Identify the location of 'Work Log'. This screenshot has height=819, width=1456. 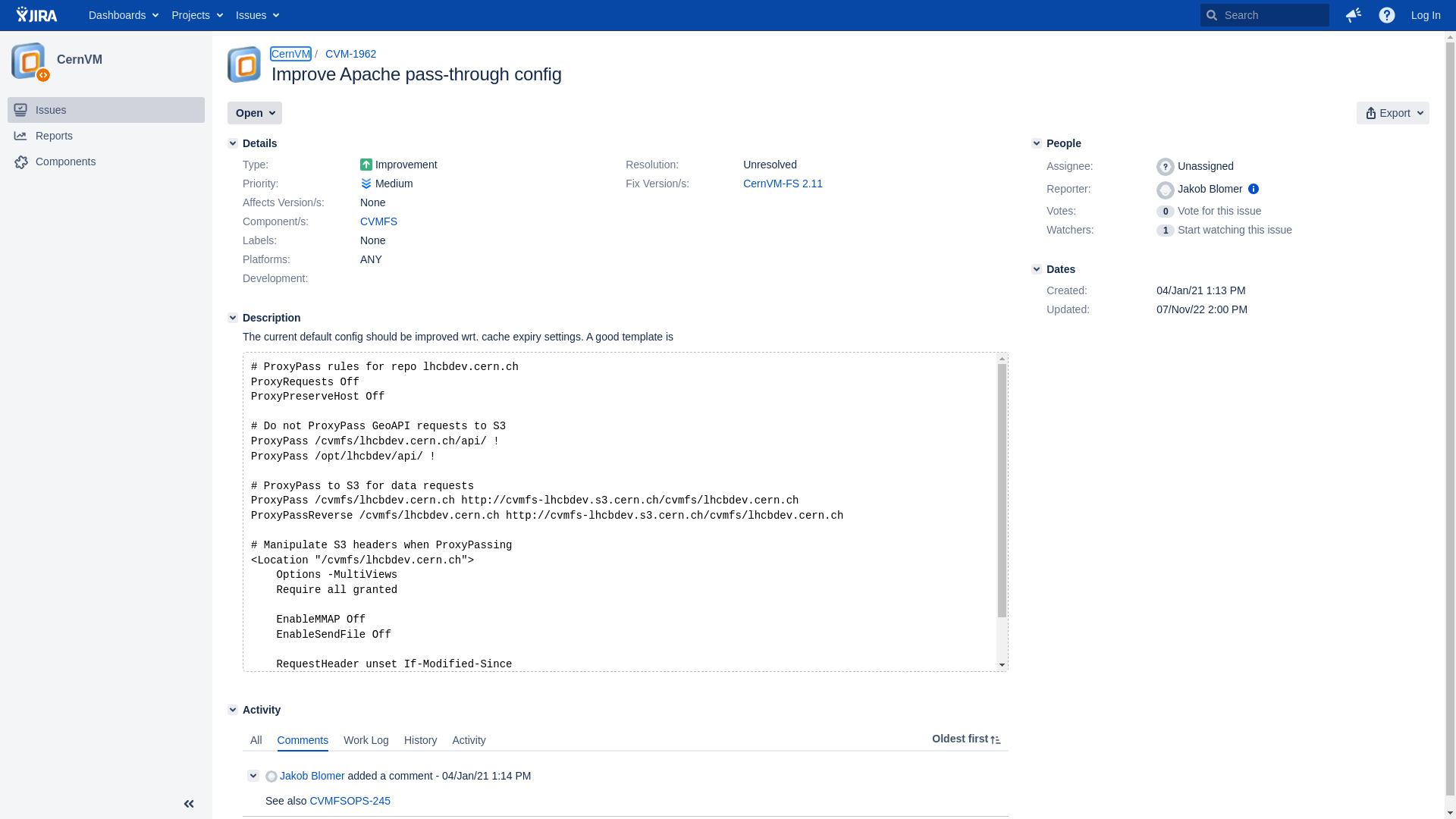
(366, 739).